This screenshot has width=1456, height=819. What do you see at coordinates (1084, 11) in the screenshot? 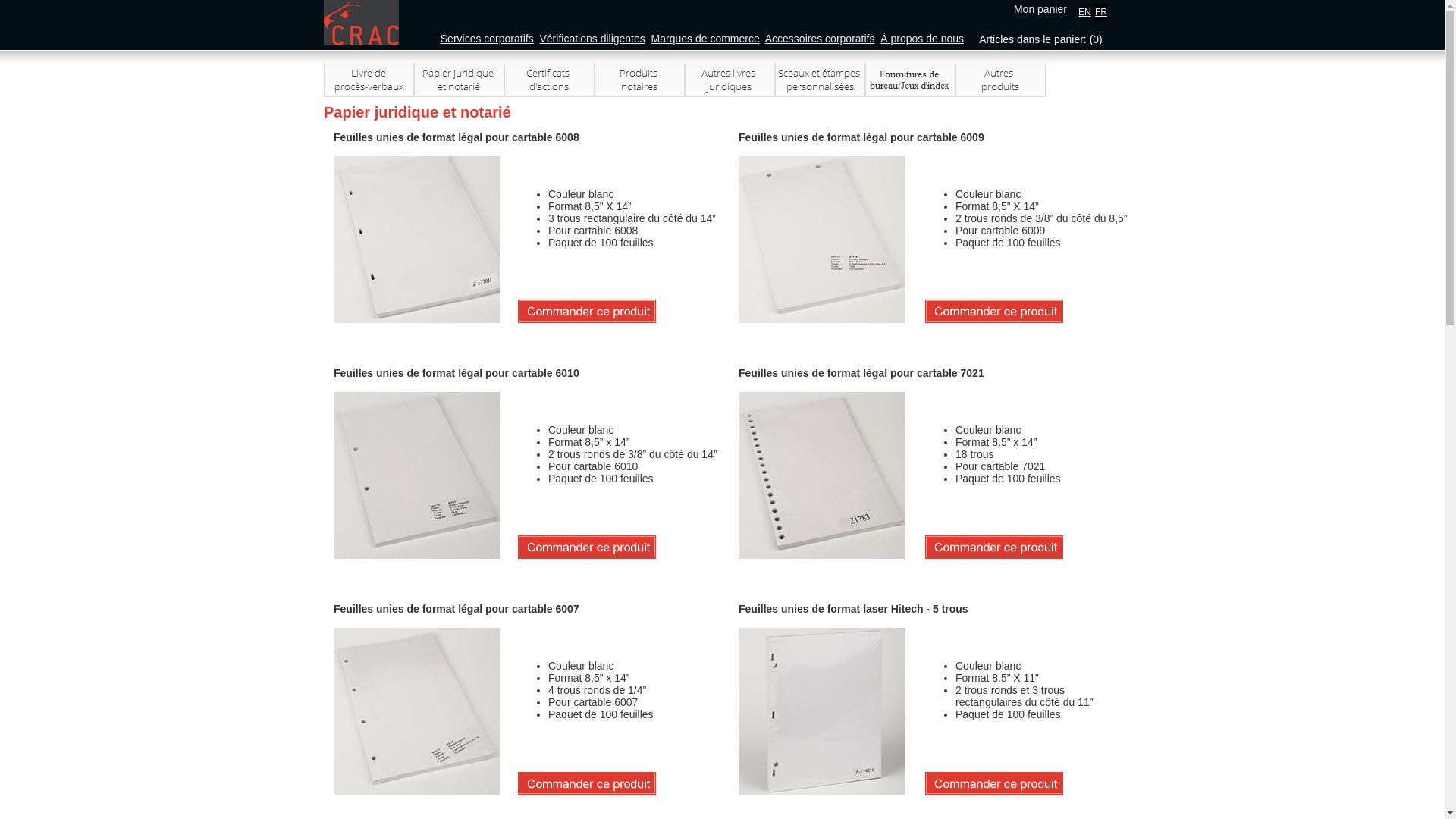
I see `'EN'` at bounding box center [1084, 11].